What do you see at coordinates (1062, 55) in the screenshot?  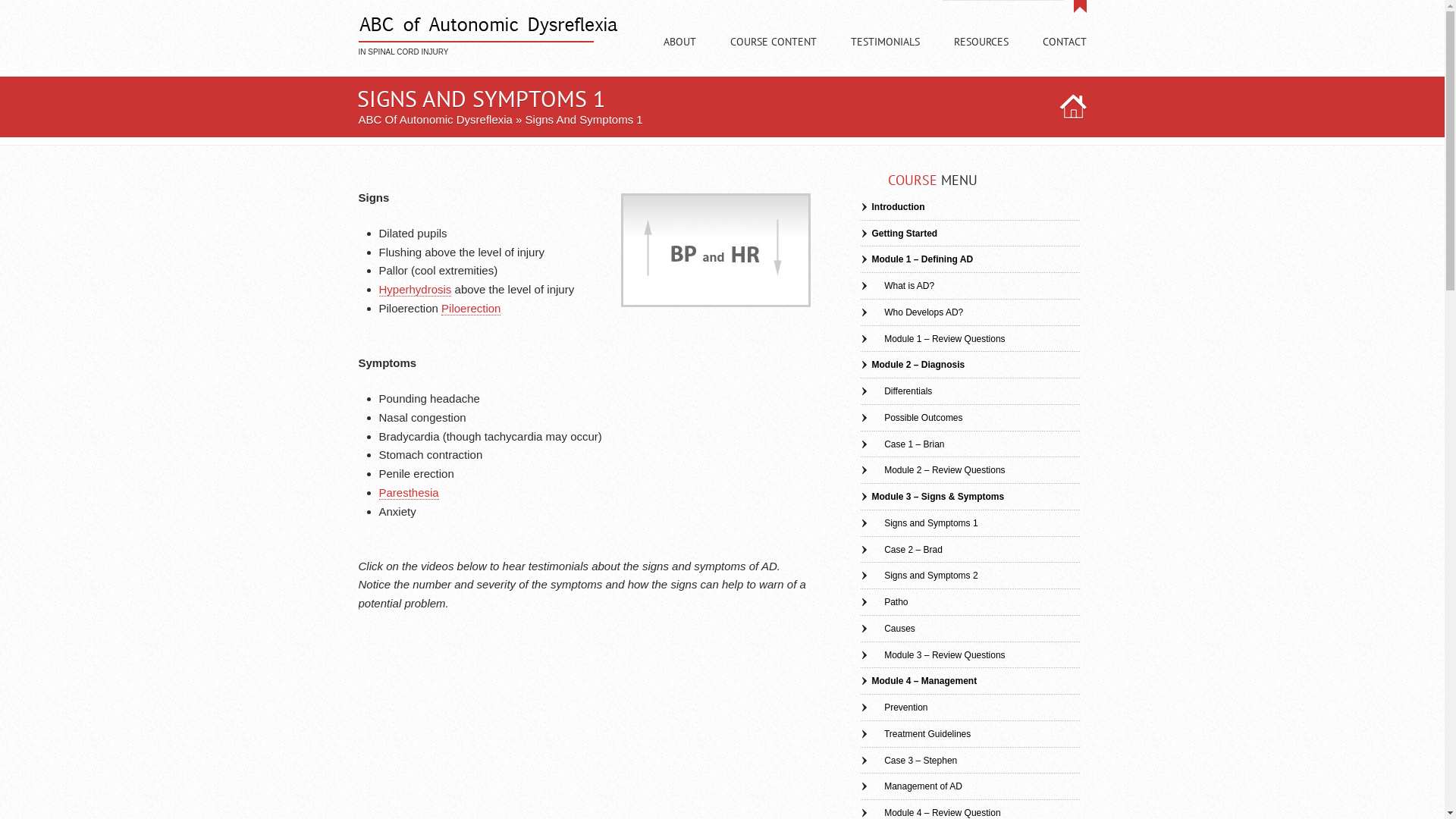 I see `'CONTACT'` at bounding box center [1062, 55].